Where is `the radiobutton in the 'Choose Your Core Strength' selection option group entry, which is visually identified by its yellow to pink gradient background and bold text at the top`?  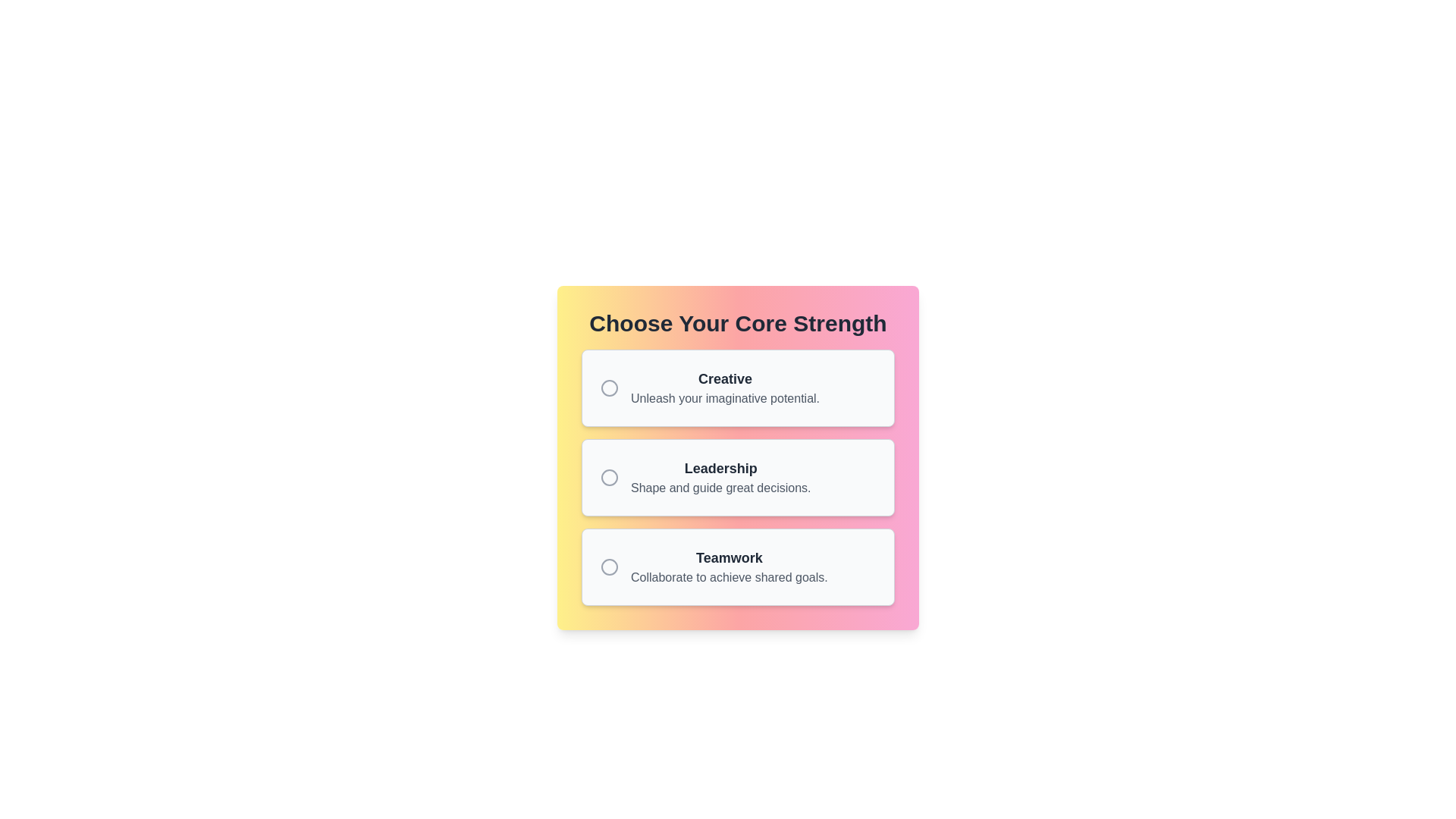
the radiobutton in the 'Choose Your Core Strength' selection option group entry, which is visually identified by its yellow to pink gradient background and bold text at the top is located at coordinates (738, 457).